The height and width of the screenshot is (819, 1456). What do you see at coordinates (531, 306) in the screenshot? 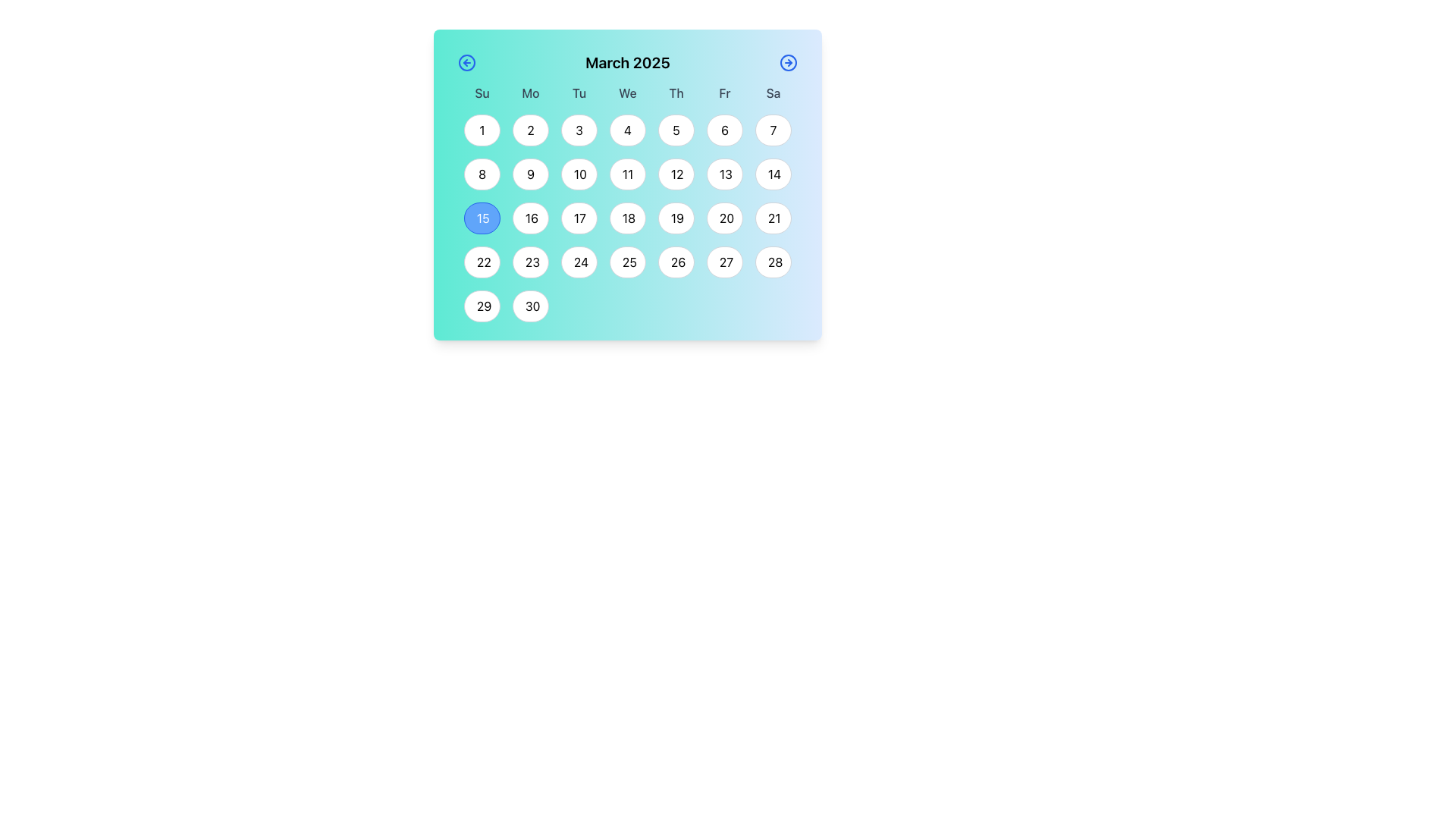
I see `the button that selects the date '30' in the calendar, located under the 'Sa' column and next to the '29' button` at bounding box center [531, 306].